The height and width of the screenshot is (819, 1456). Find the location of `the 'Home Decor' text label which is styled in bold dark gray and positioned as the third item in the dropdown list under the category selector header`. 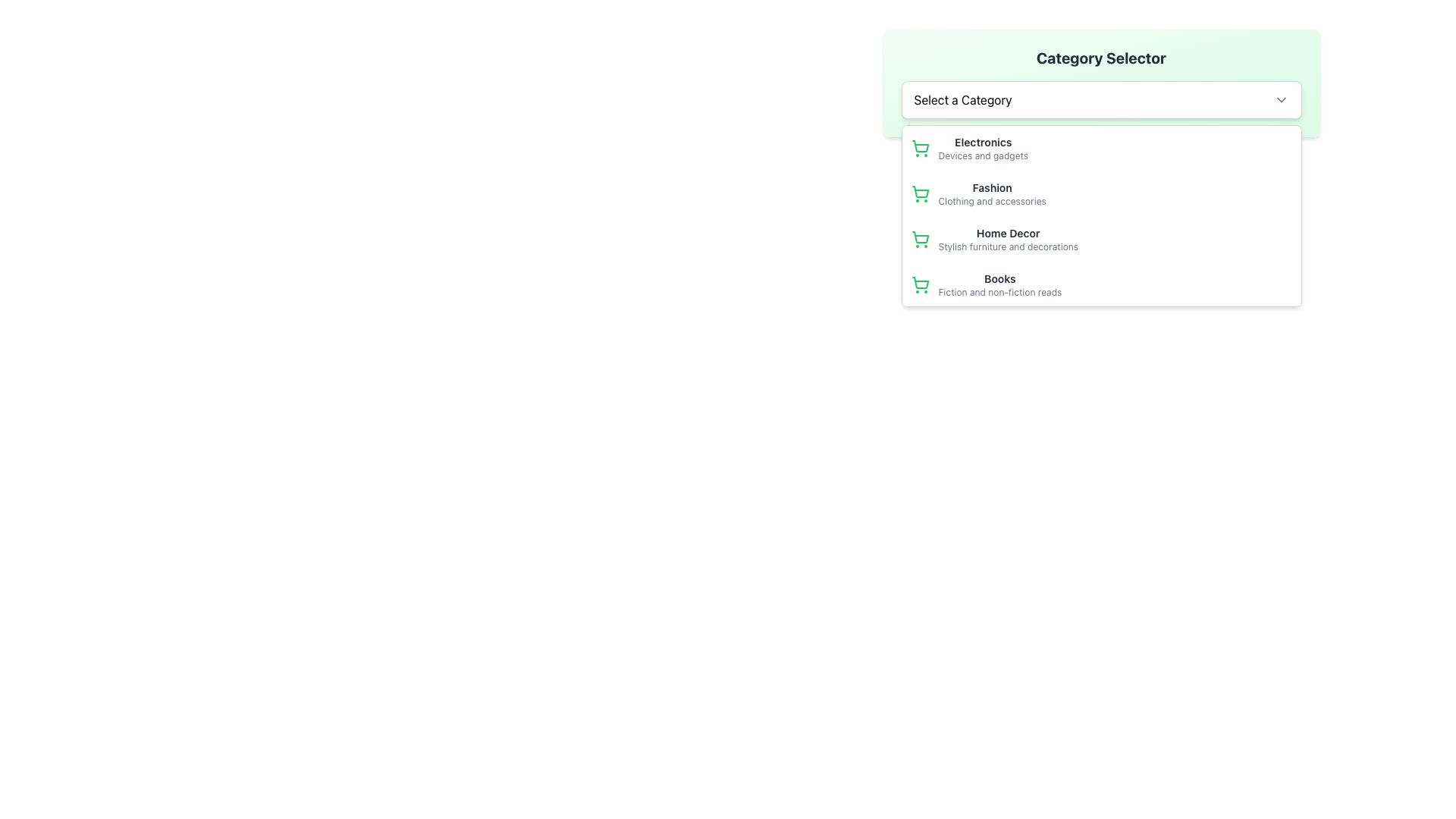

the 'Home Decor' text label which is styled in bold dark gray and positioned as the third item in the dropdown list under the category selector header is located at coordinates (1008, 234).